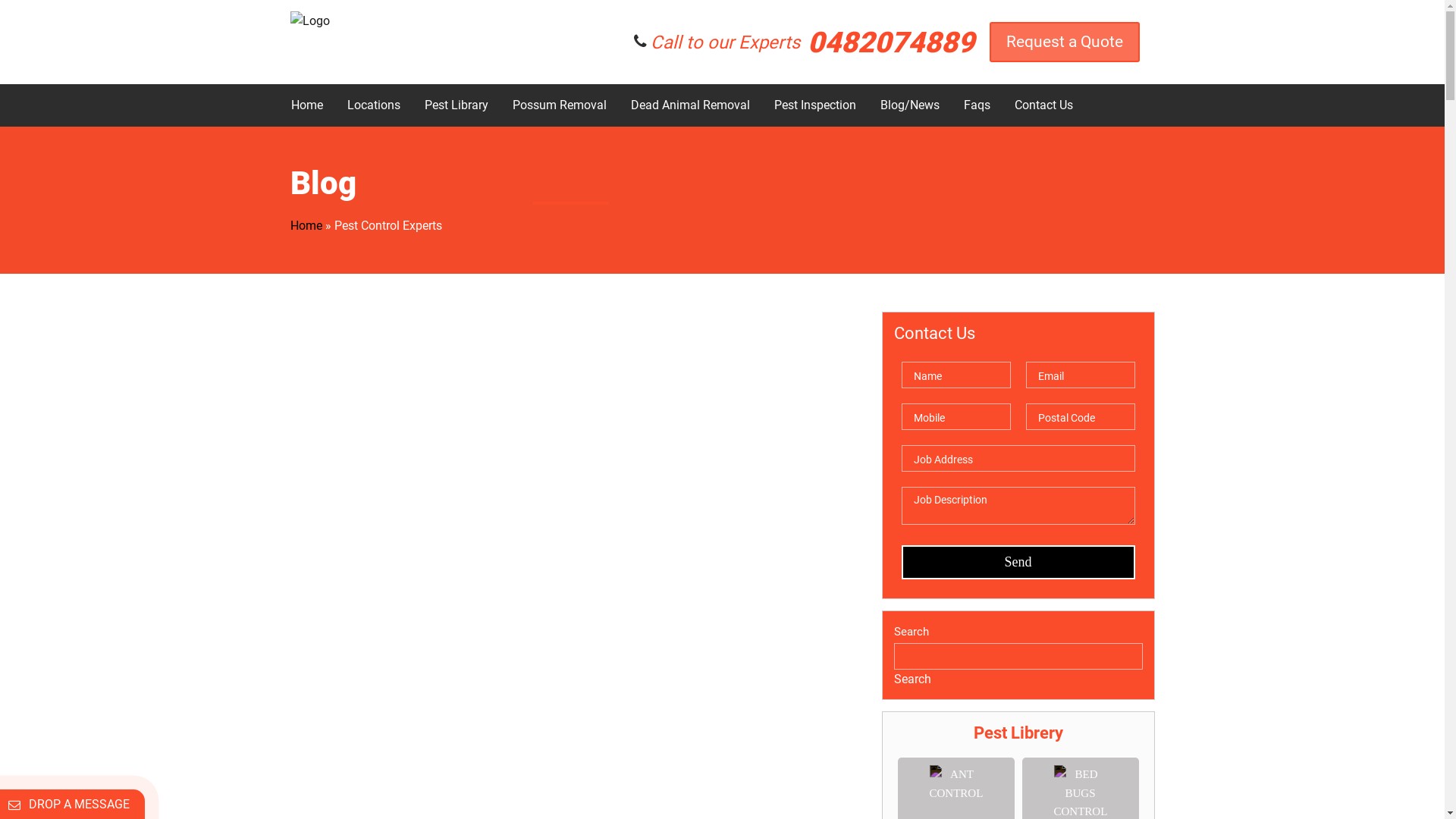 This screenshot has height=819, width=1456. I want to click on 'Send', so click(1018, 562).